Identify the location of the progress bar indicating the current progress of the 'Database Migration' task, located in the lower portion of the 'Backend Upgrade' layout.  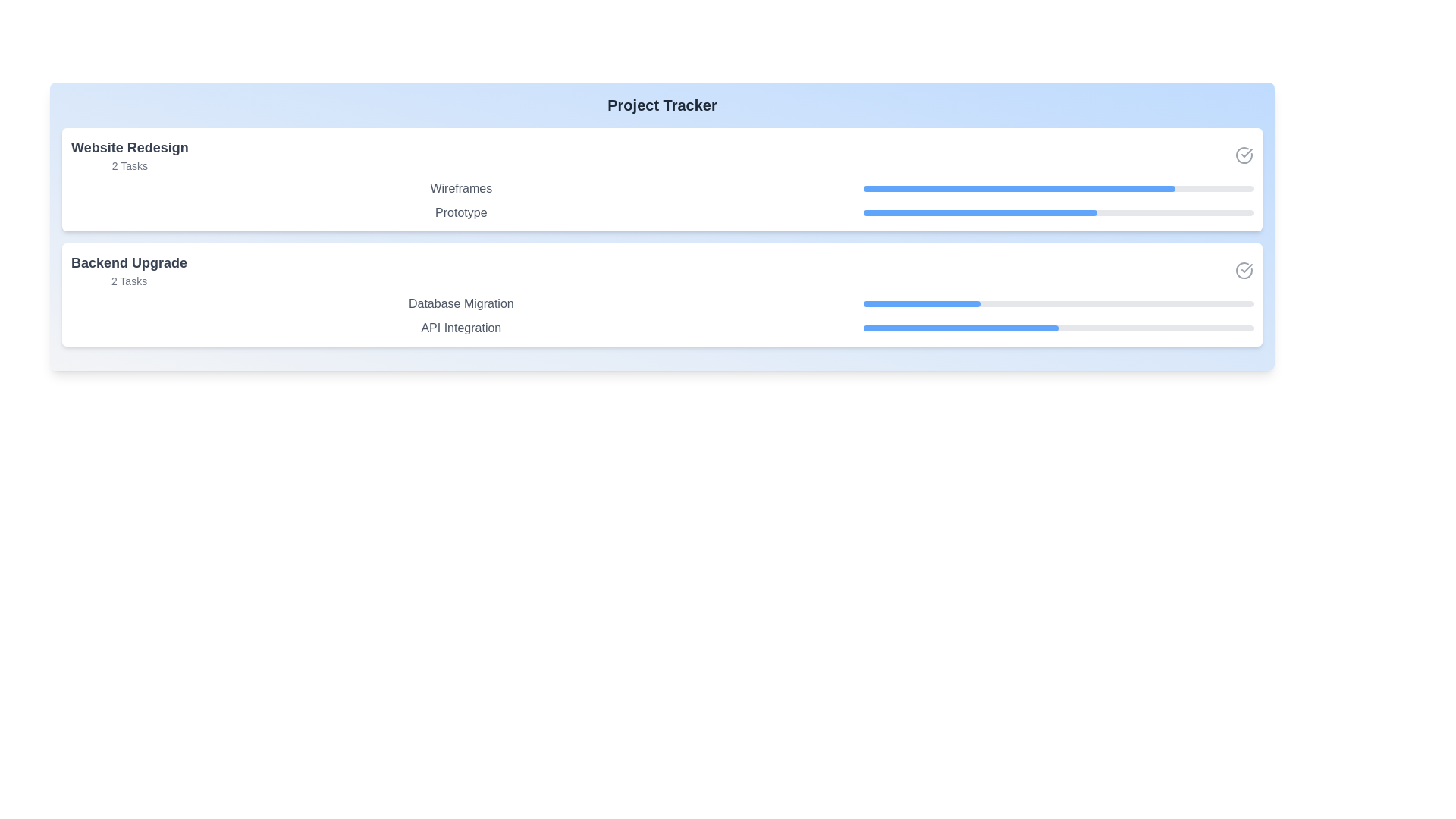
(1057, 304).